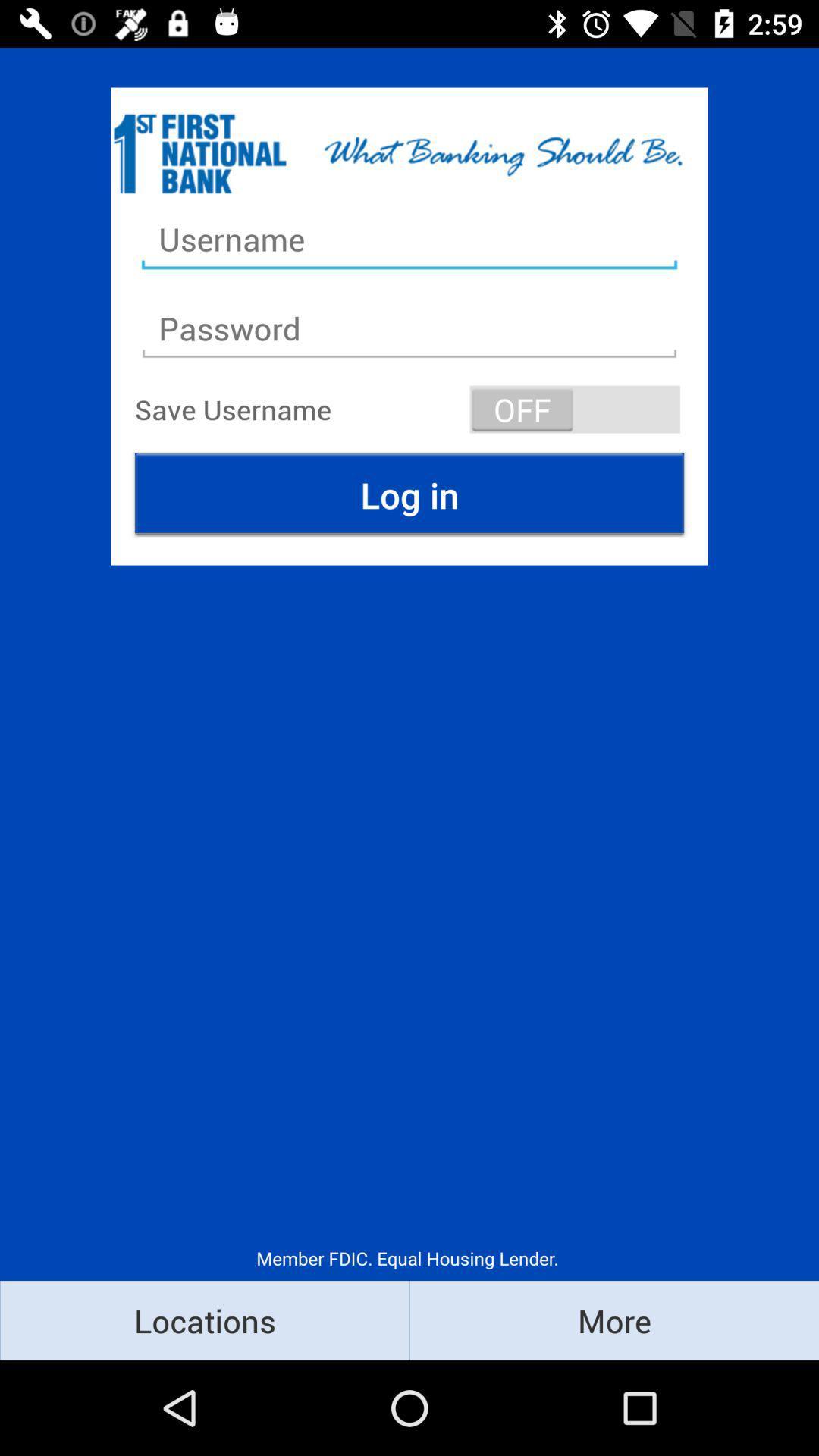 This screenshot has height=1456, width=819. I want to click on the icon above log in icon, so click(575, 409).